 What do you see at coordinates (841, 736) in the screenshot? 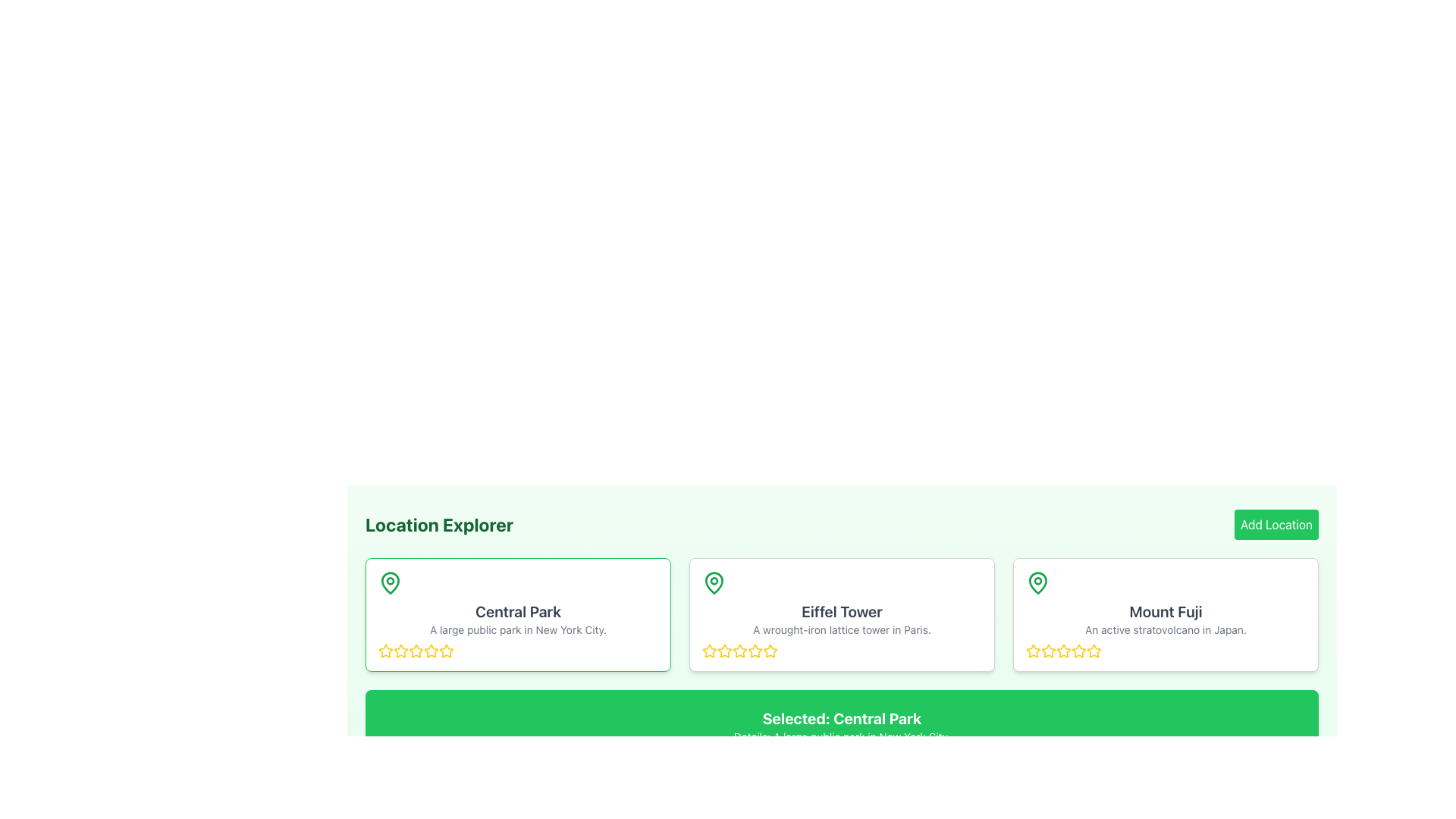
I see `the small-sized text with a green background and white font displaying 'Details: A large public park in New York City.' It is located below the text 'Selected: Central Park.'` at bounding box center [841, 736].